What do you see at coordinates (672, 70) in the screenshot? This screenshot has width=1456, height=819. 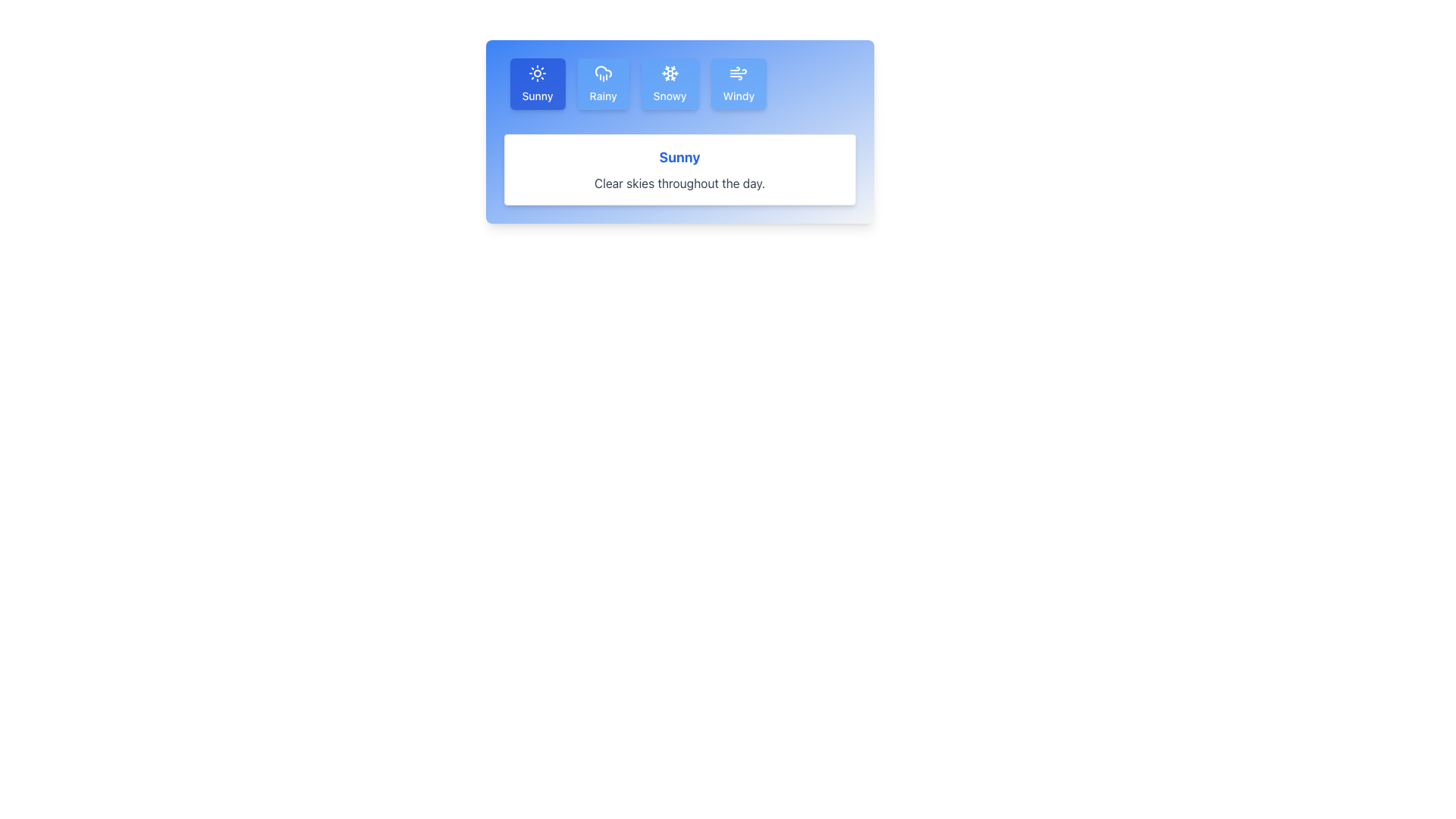 I see `the visual representation of the snowflake component within the 'Snowy' button in the weather interface by clicking on its graphical representation located at the top-right quadrant of the icon` at bounding box center [672, 70].